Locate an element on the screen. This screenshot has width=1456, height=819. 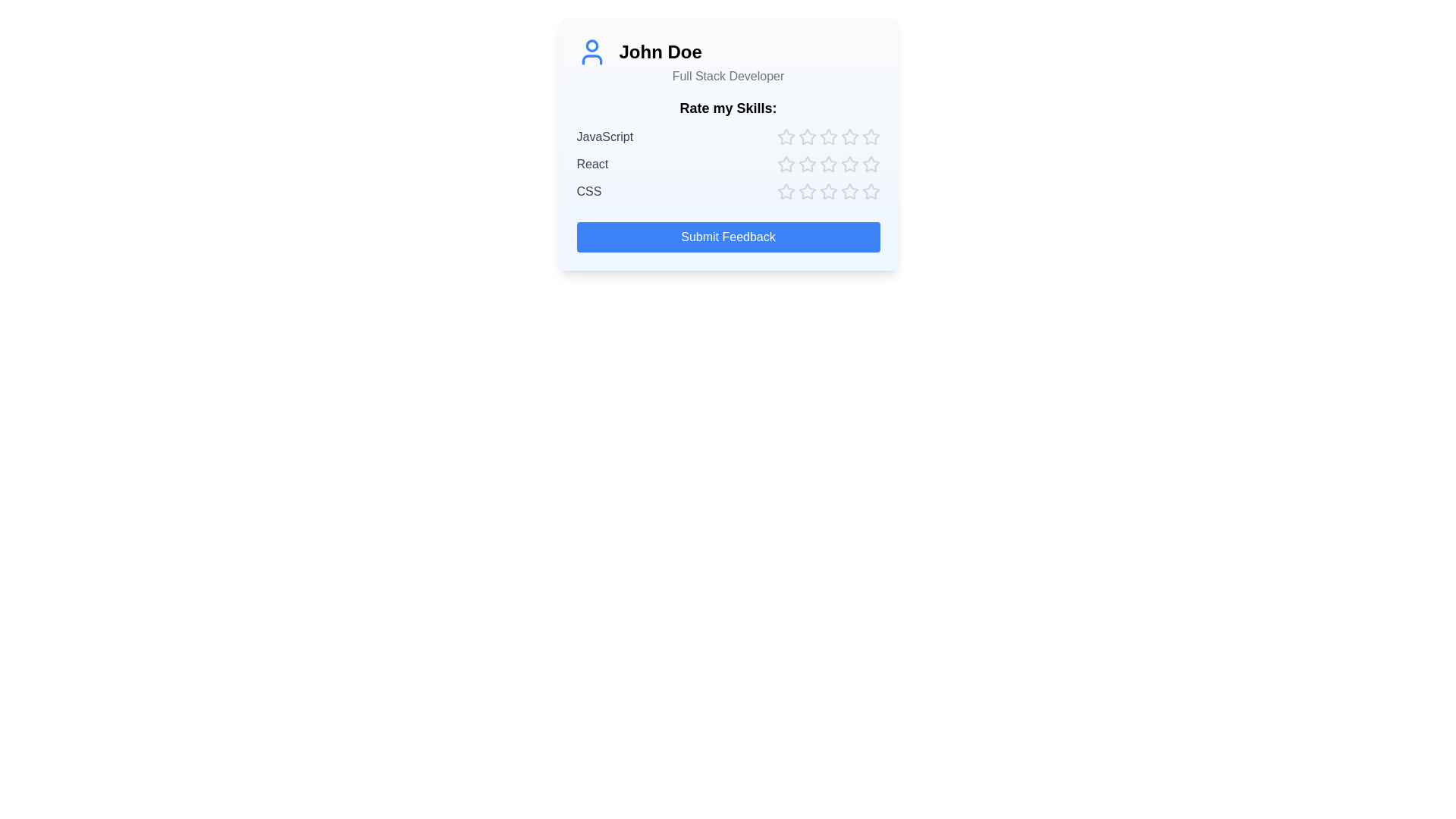
the star corresponding to skill React and rating 3 is located at coordinates (827, 164).